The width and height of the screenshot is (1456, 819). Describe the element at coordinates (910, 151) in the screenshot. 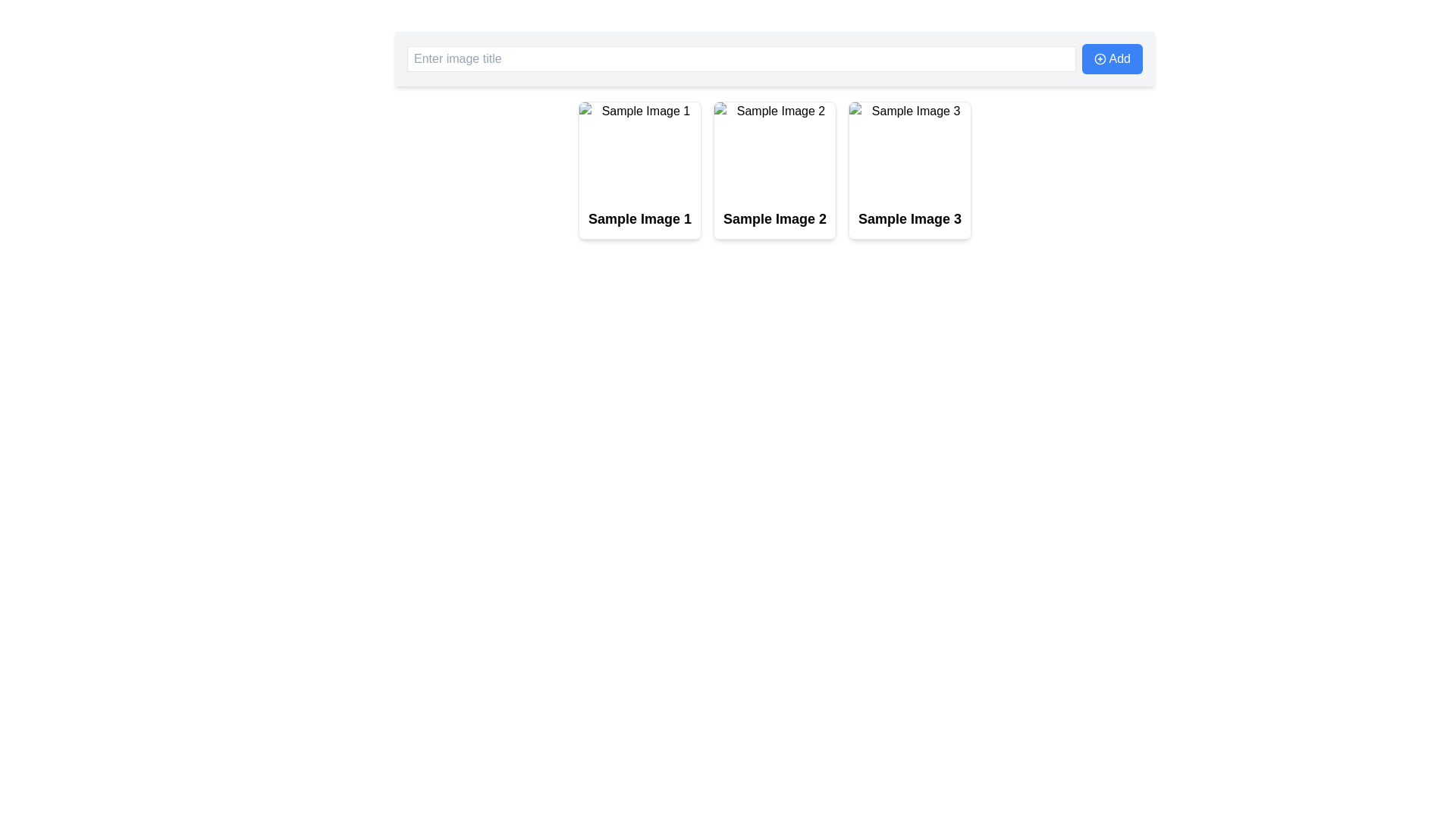

I see `the preview image of the card titled 'Sample Image 3', located at the bottom right of the visible group of cards` at that location.